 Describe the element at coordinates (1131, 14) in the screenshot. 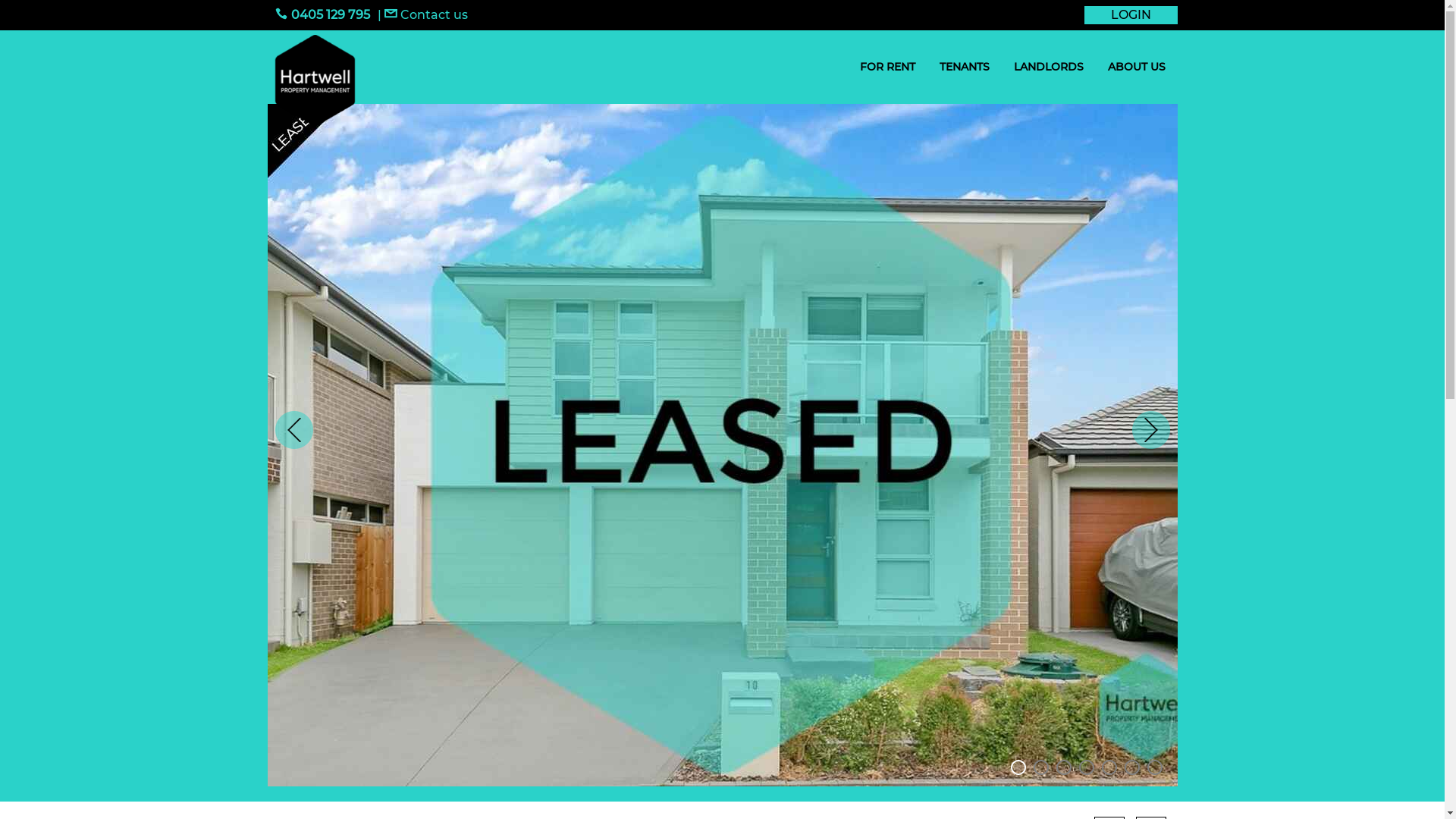

I see `'LOGIN'` at that location.